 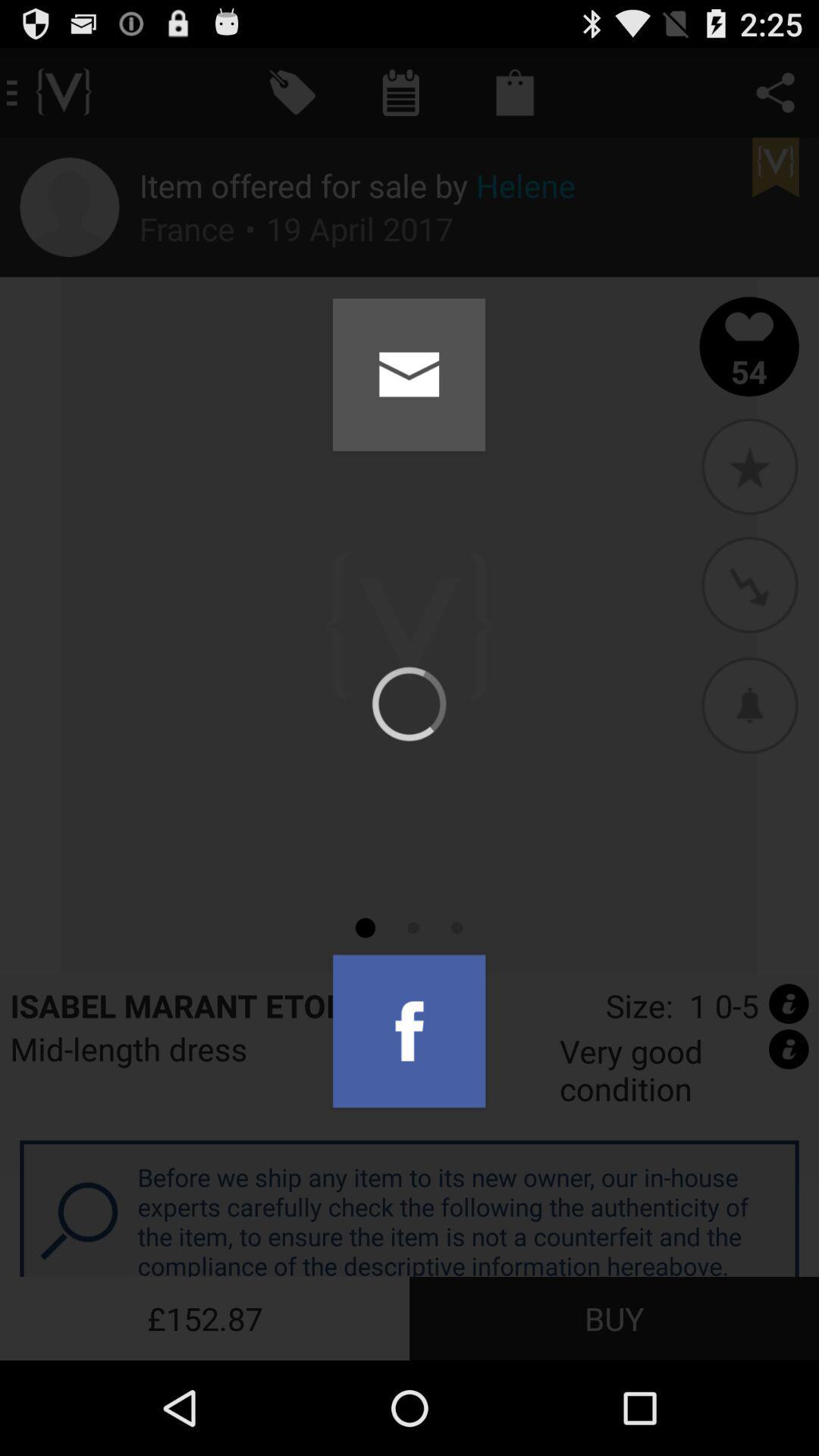 I want to click on item offered for icon, so click(x=357, y=184).